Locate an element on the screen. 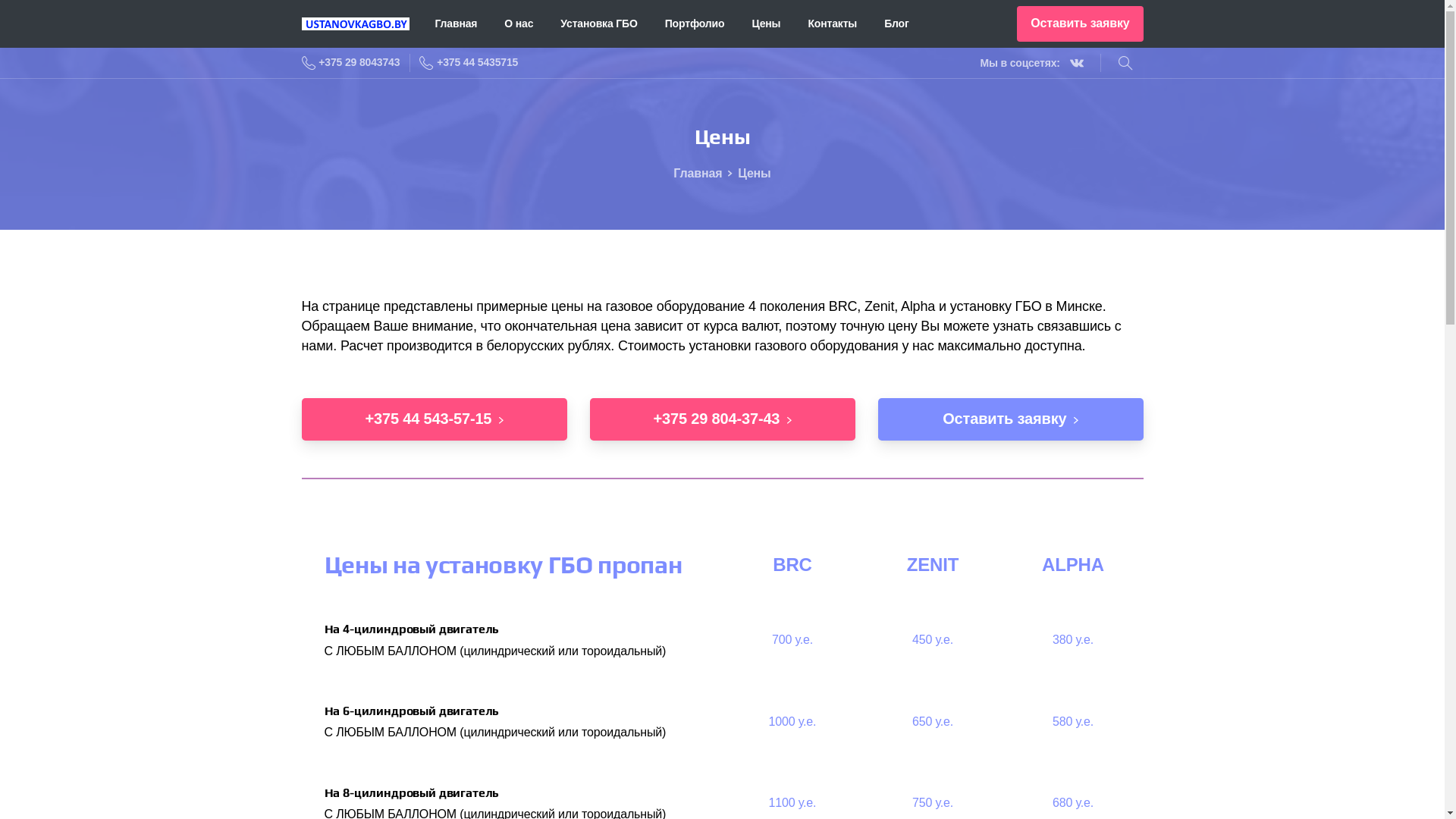 The height and width of the screenshot is (819, 1456). 'Search' is located at coordinates (1125, 62).